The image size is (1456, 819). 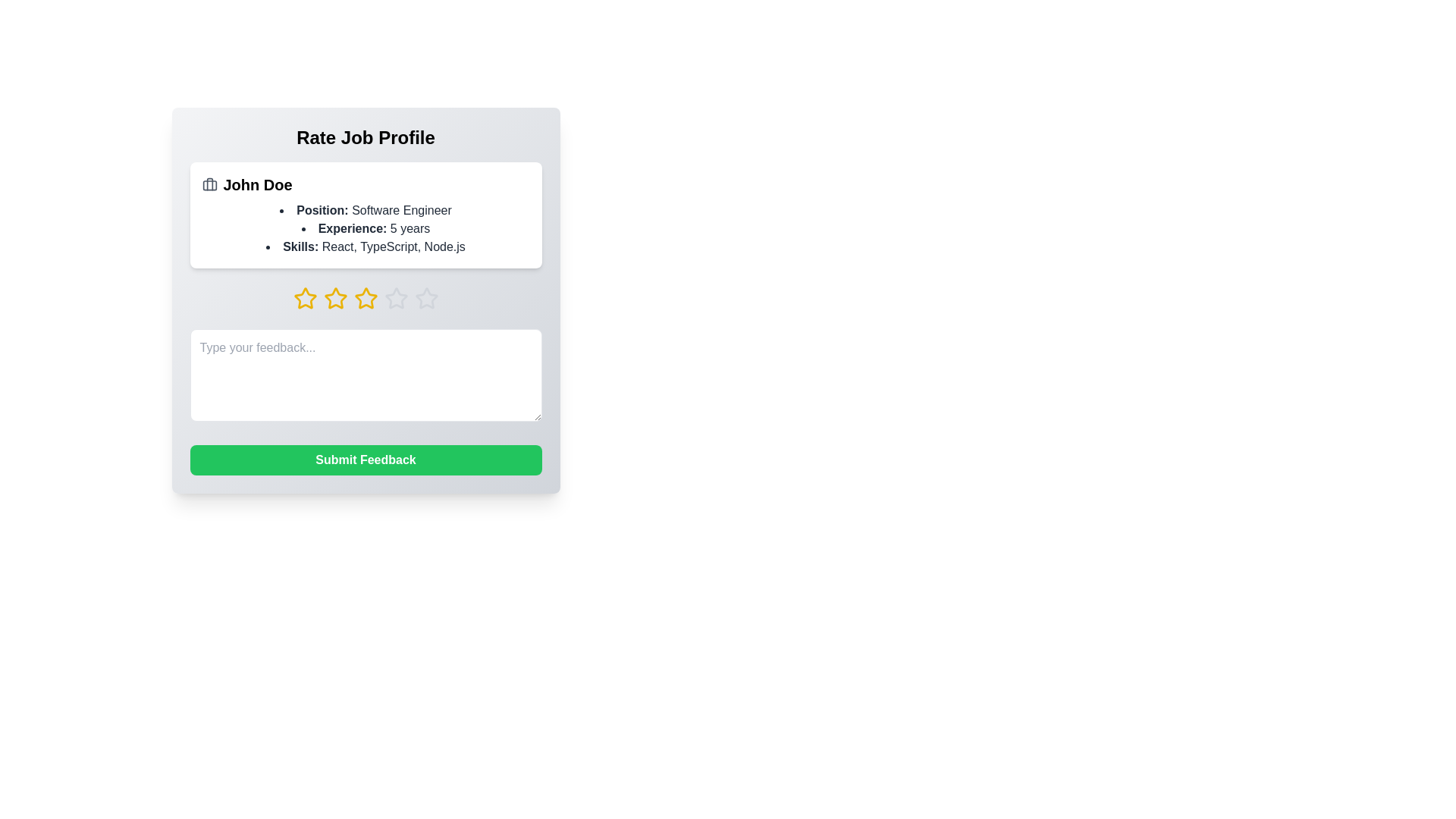 I want to click on the green 'Submit Feedback' button with white bold text to trigger a visual change, so click(x=366, y=459).